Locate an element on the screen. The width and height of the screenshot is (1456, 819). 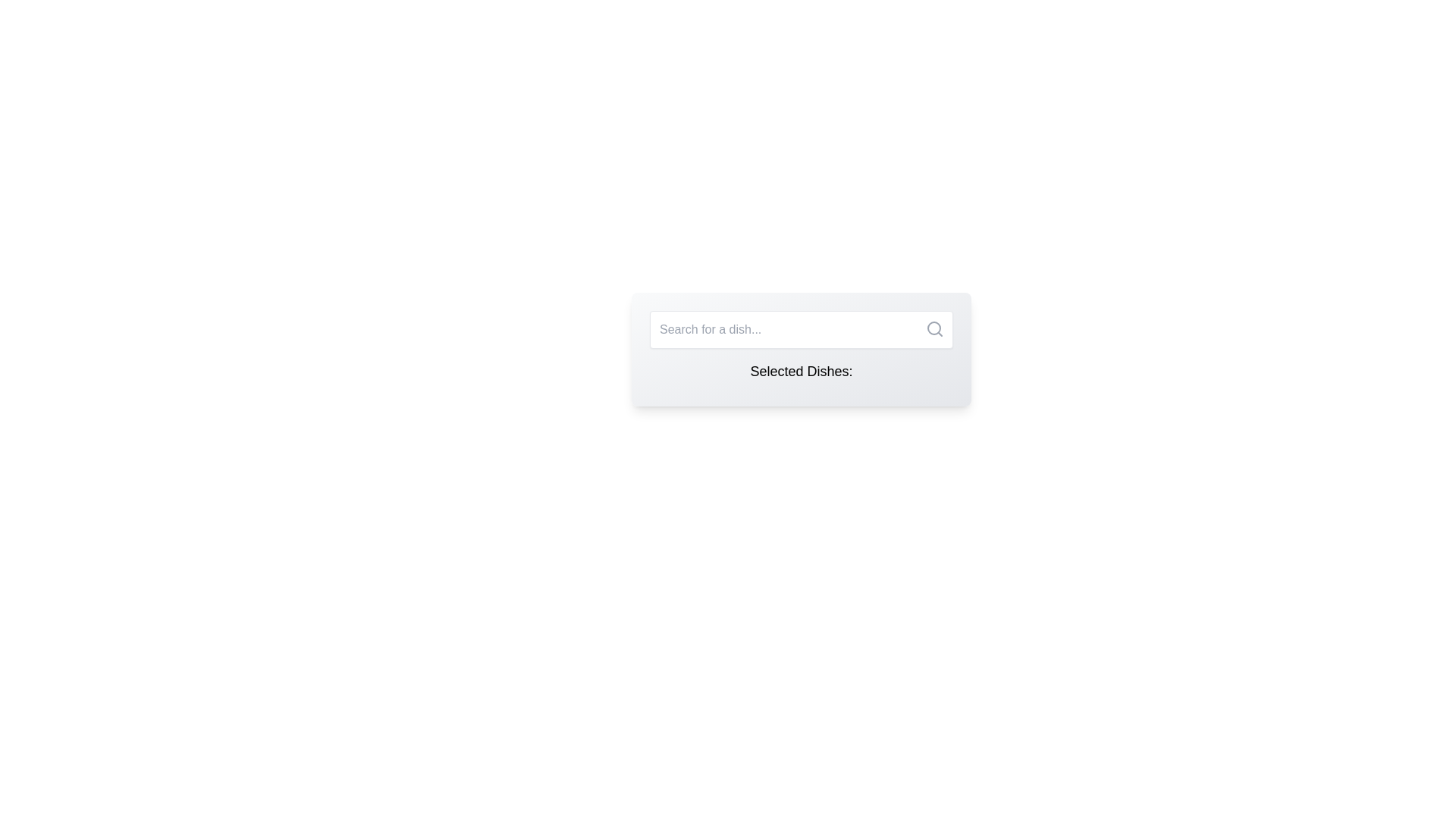
the circular vector graphical element that is part of the magnifying glass icon, located at the top-right corner of the input field is located at coordinates (934, 327).